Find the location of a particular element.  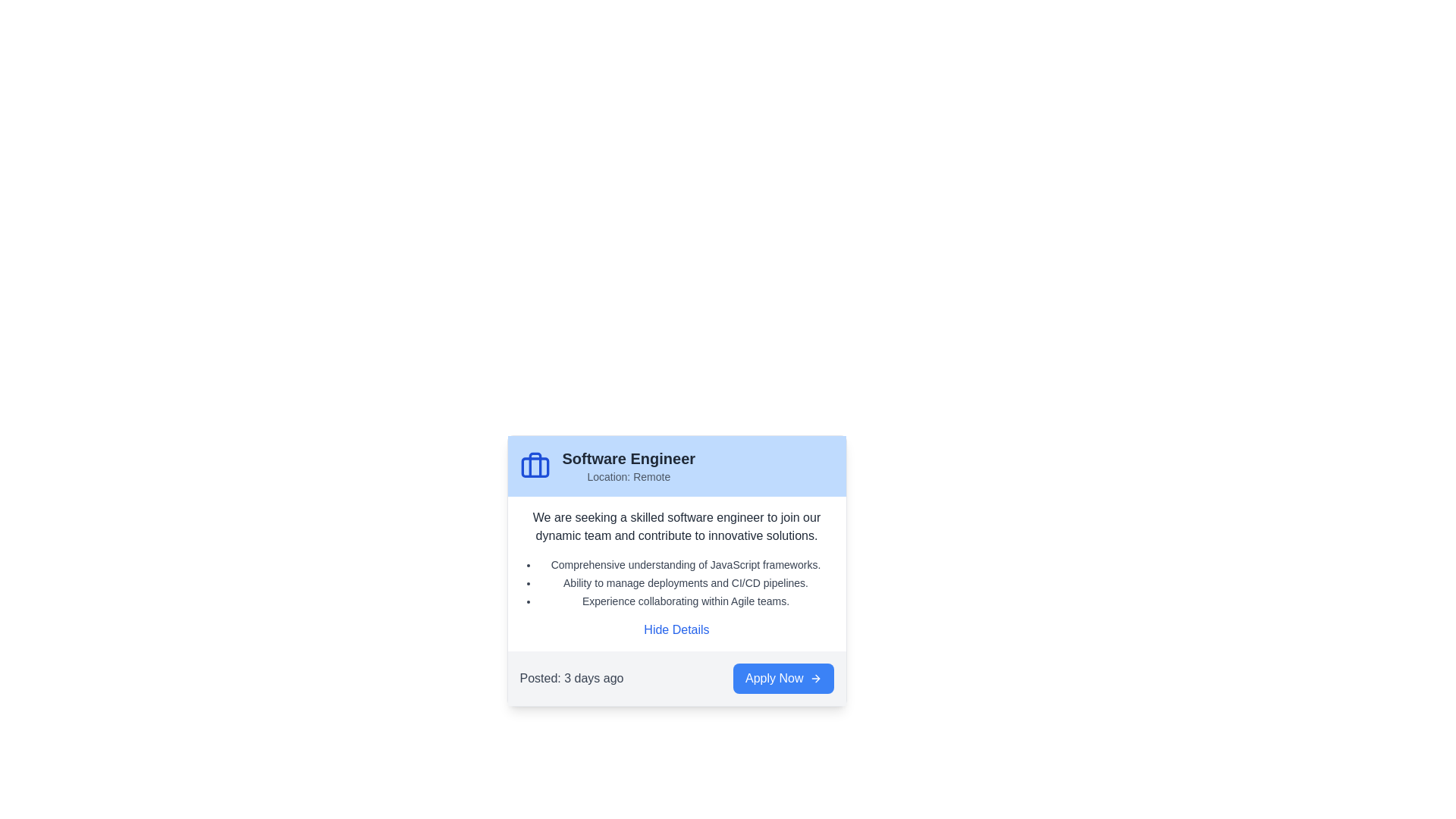

the actionable button to apply for the job located in the bottom-right corner of the grey bar under the job details, following the text 'Posted: 3 days ago' is located at coordinates (783, 677).